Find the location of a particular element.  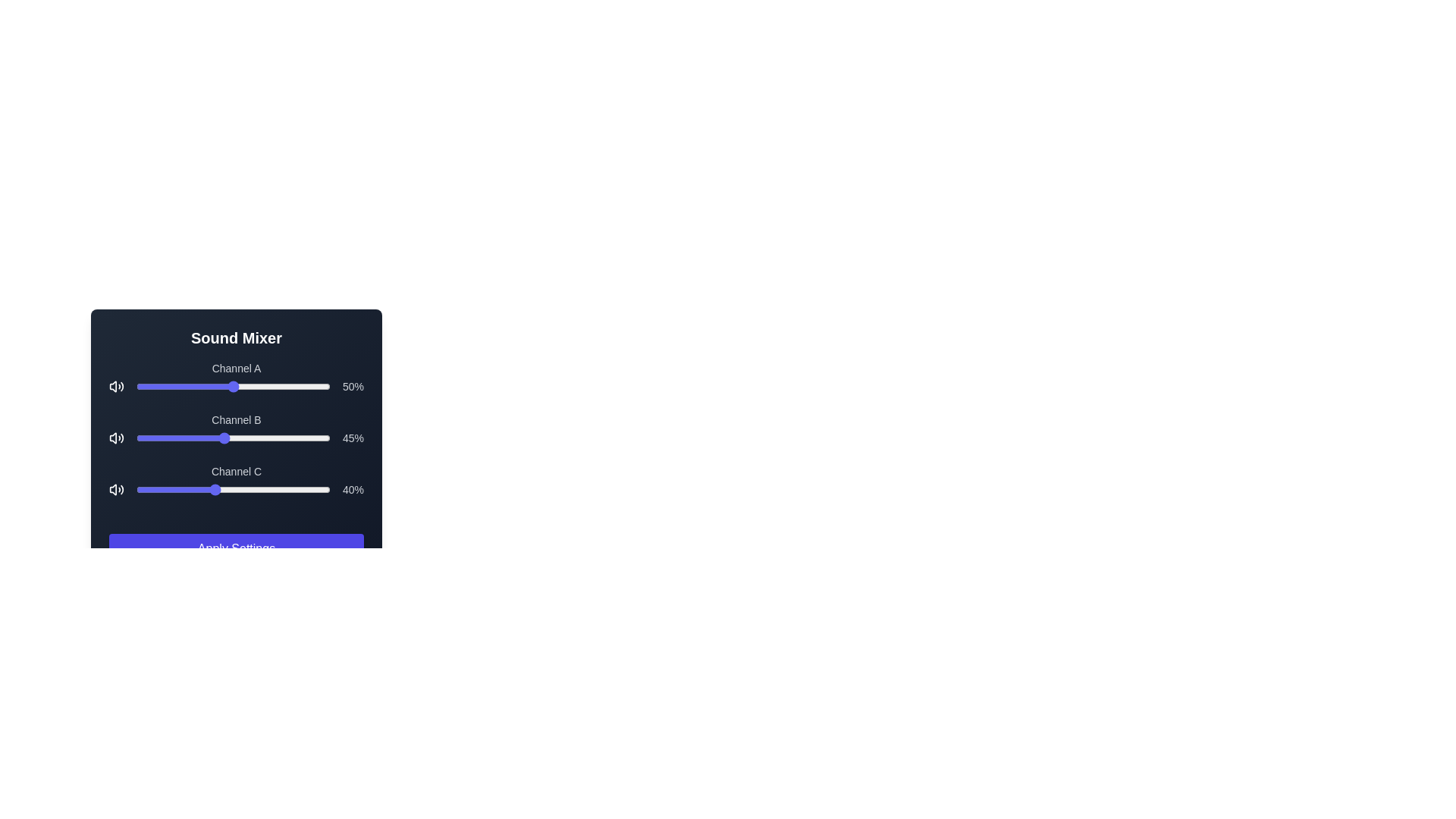

Channel C is located at coordinates (179, 489).